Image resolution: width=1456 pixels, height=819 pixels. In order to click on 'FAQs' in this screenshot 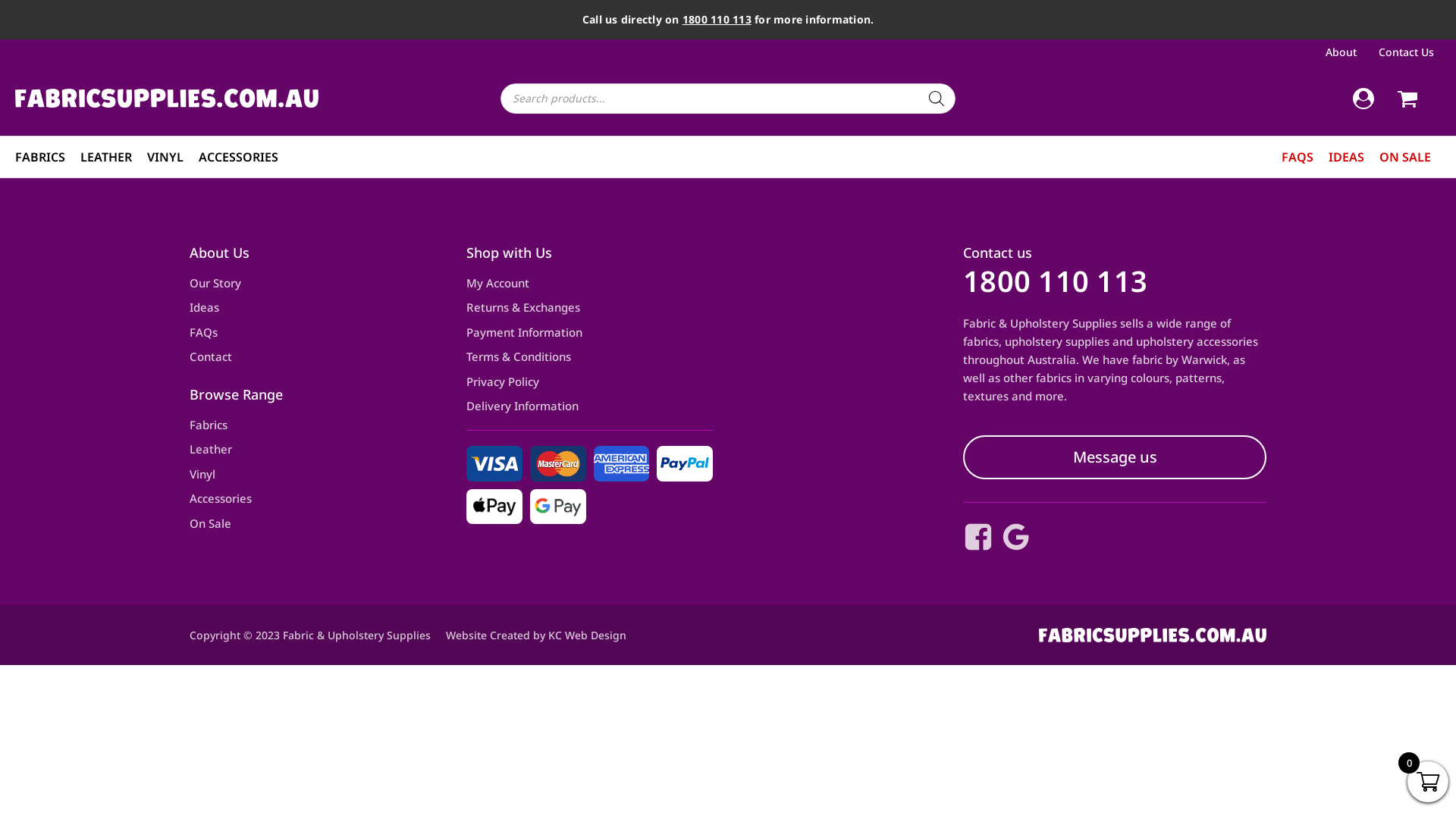, I will do `click(202, 331)`.